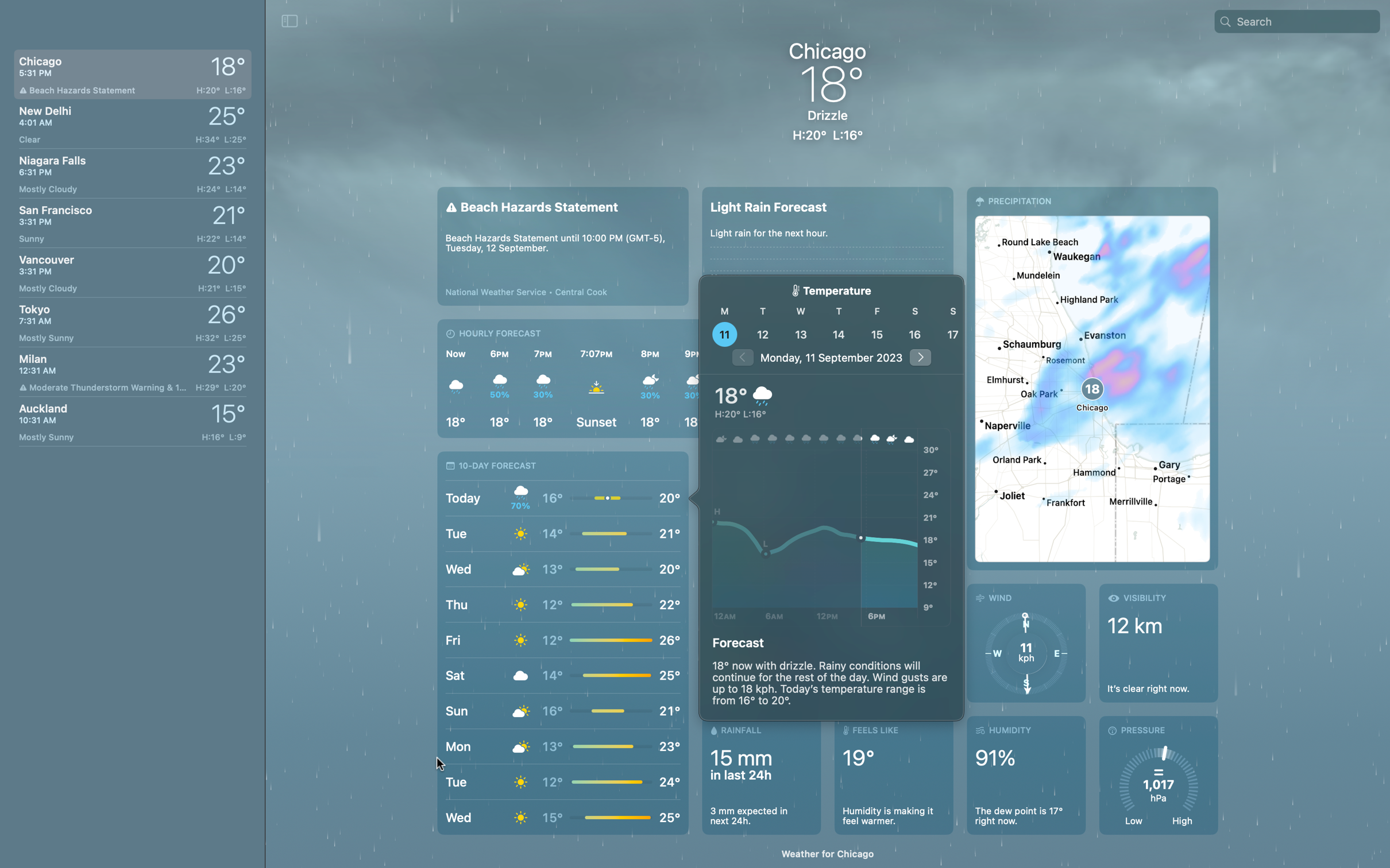 This screenshot has width=1390, height=868. What do you see at coordinates (773, 529) in the screenshot?
I see `From the panel opened, find the weather at 6am` at bounding box center [773, 529].